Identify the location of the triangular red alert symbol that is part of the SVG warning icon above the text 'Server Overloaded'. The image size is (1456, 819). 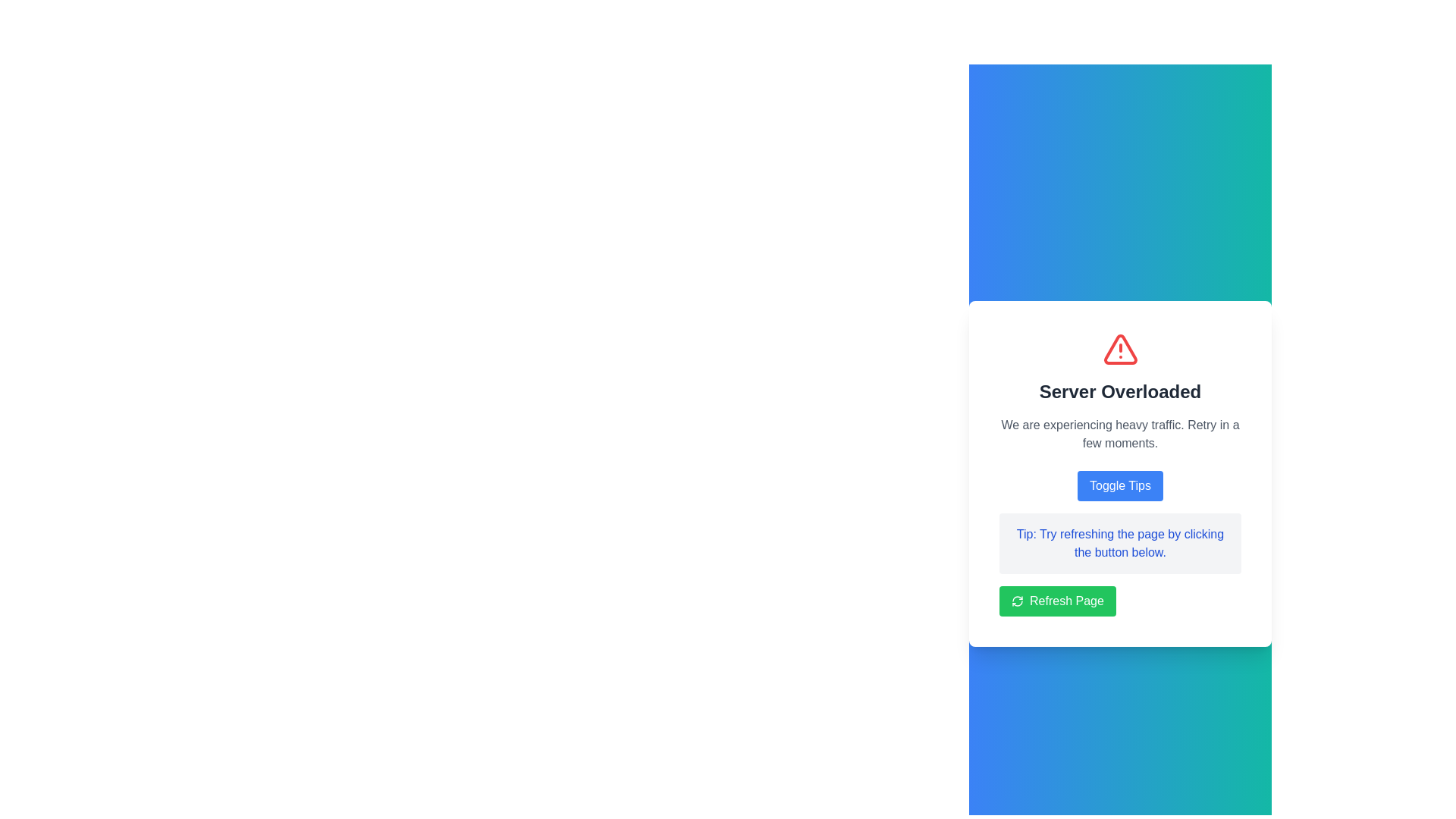
(1120, 349).